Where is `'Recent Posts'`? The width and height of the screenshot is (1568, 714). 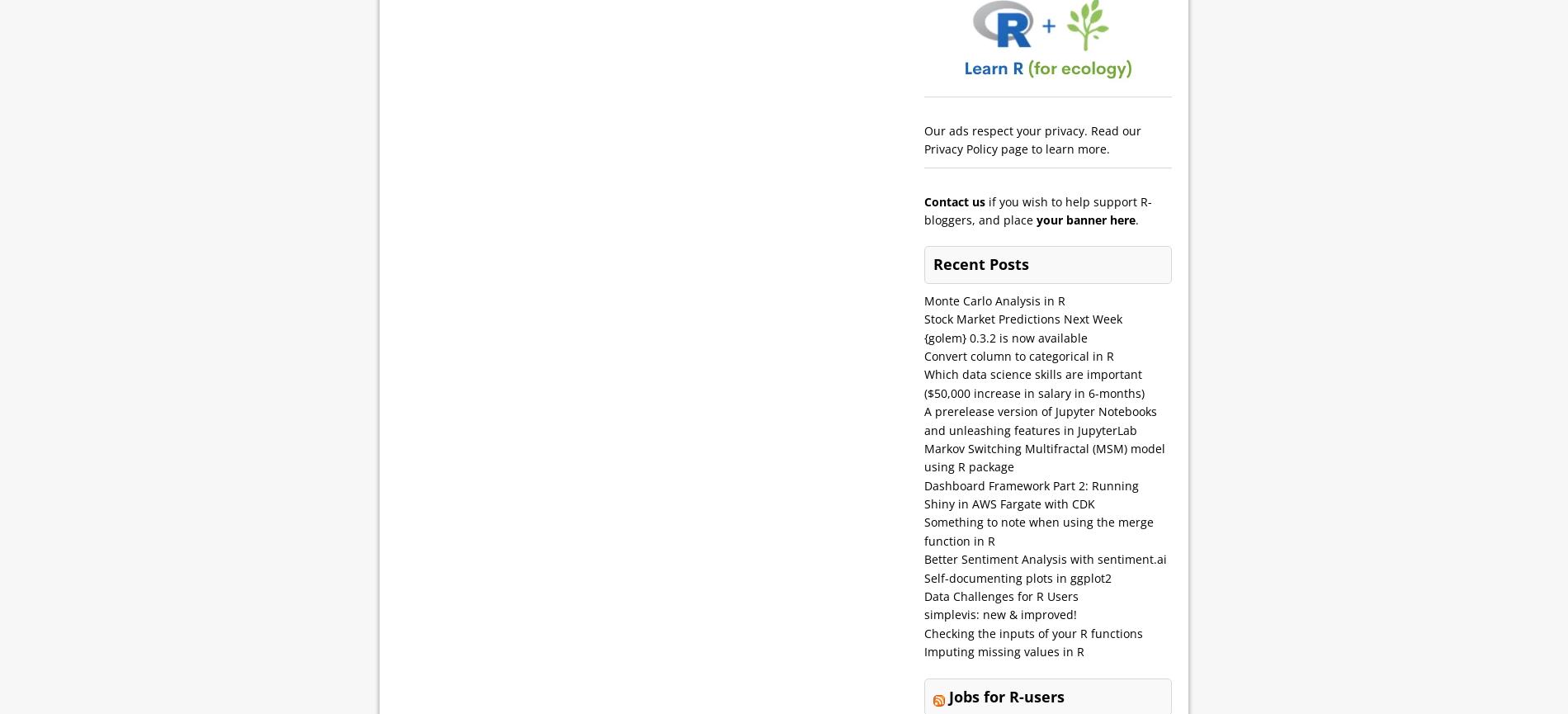
'Recent Posts' is located at coordinates (980, 263).